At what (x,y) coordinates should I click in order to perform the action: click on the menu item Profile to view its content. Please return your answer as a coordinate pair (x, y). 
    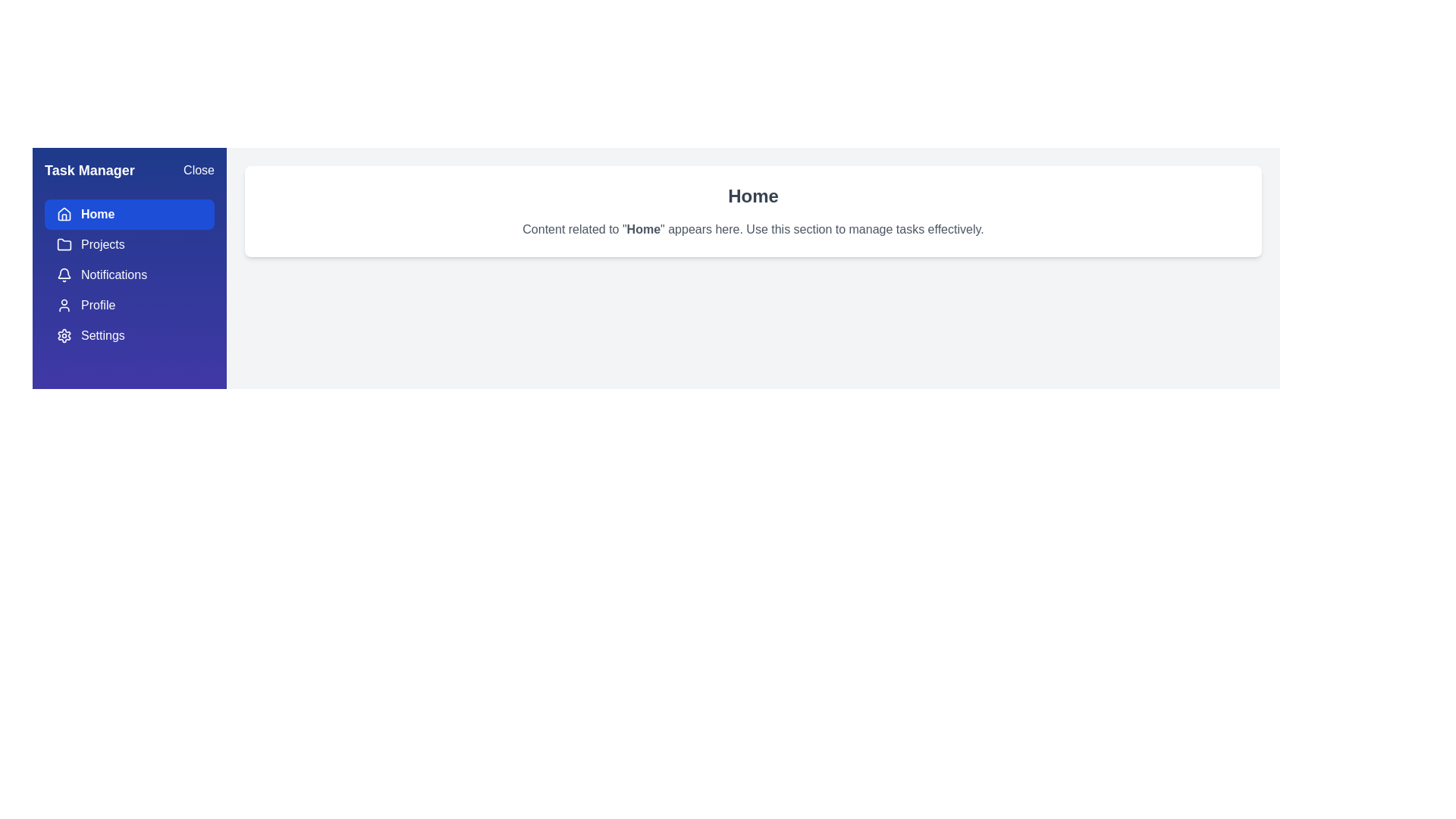
    Looking at the image, I should click on (130, 305).